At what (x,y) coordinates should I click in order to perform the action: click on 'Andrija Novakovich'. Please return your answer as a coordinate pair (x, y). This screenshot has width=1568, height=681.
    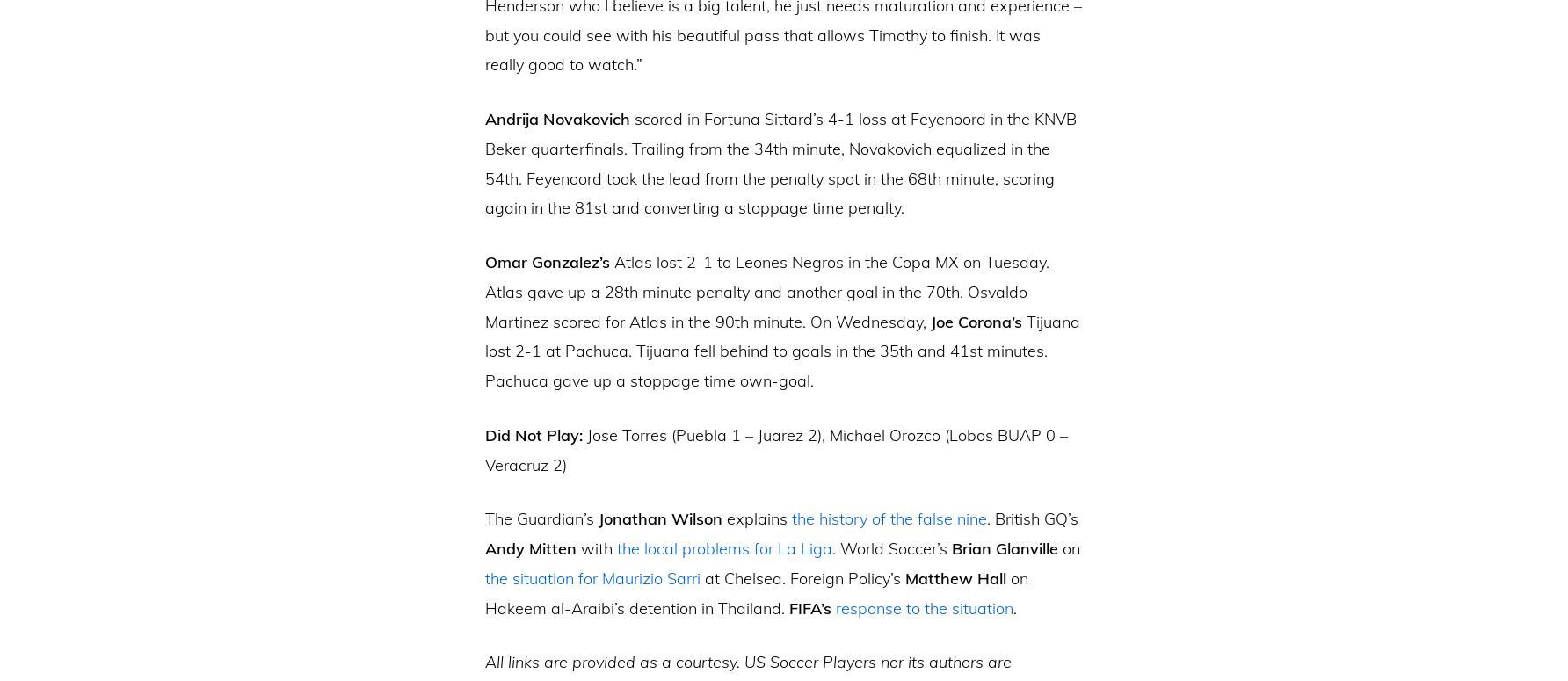
    Looking at the image, I should click on (556, 118).